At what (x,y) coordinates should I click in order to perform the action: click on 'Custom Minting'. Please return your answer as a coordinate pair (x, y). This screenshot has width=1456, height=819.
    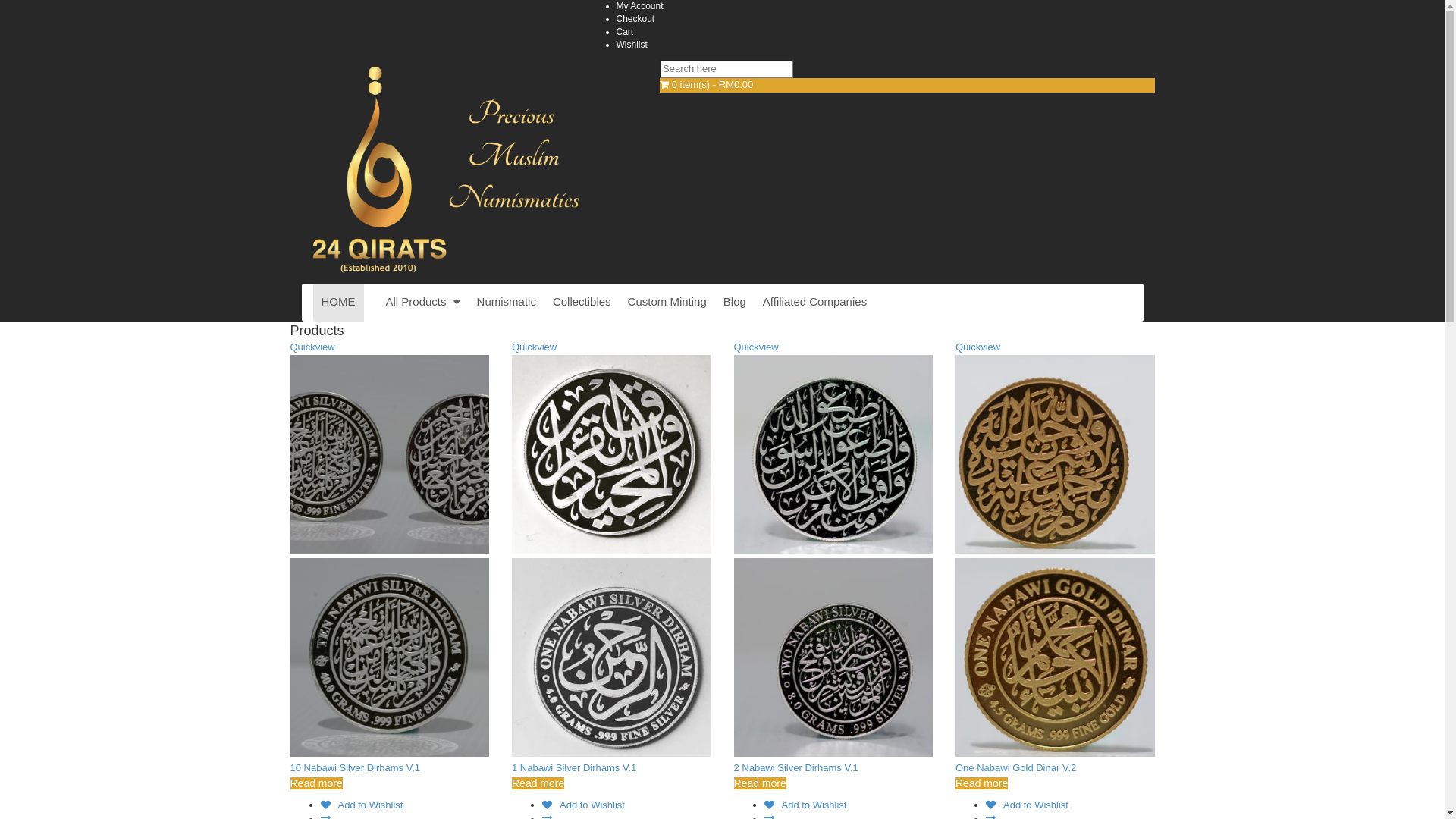
    Looking at the image, I should click on (619, 302).